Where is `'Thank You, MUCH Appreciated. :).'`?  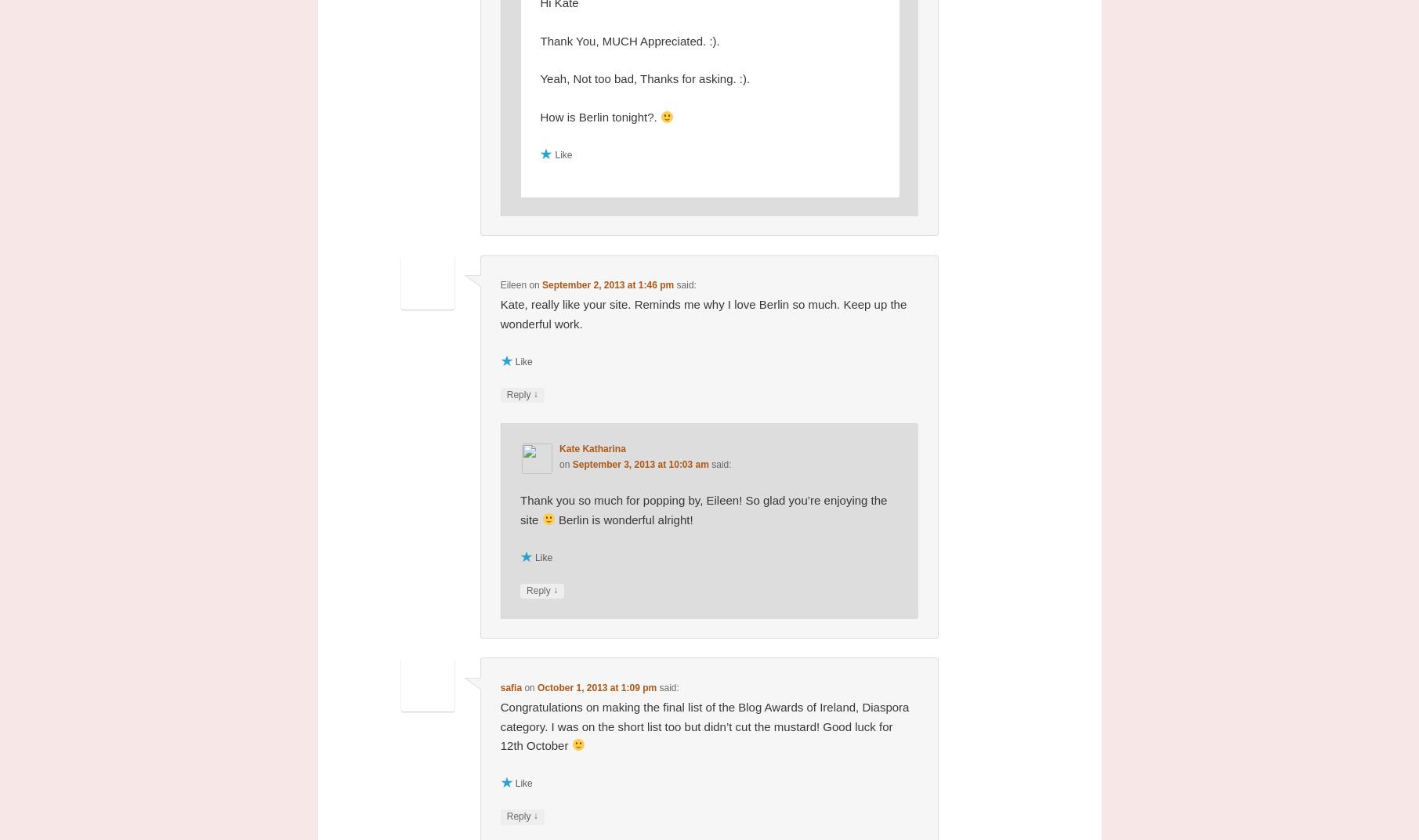
'Thank You, MUCH Appreciated. :).' is located at coordinates (628, 39).